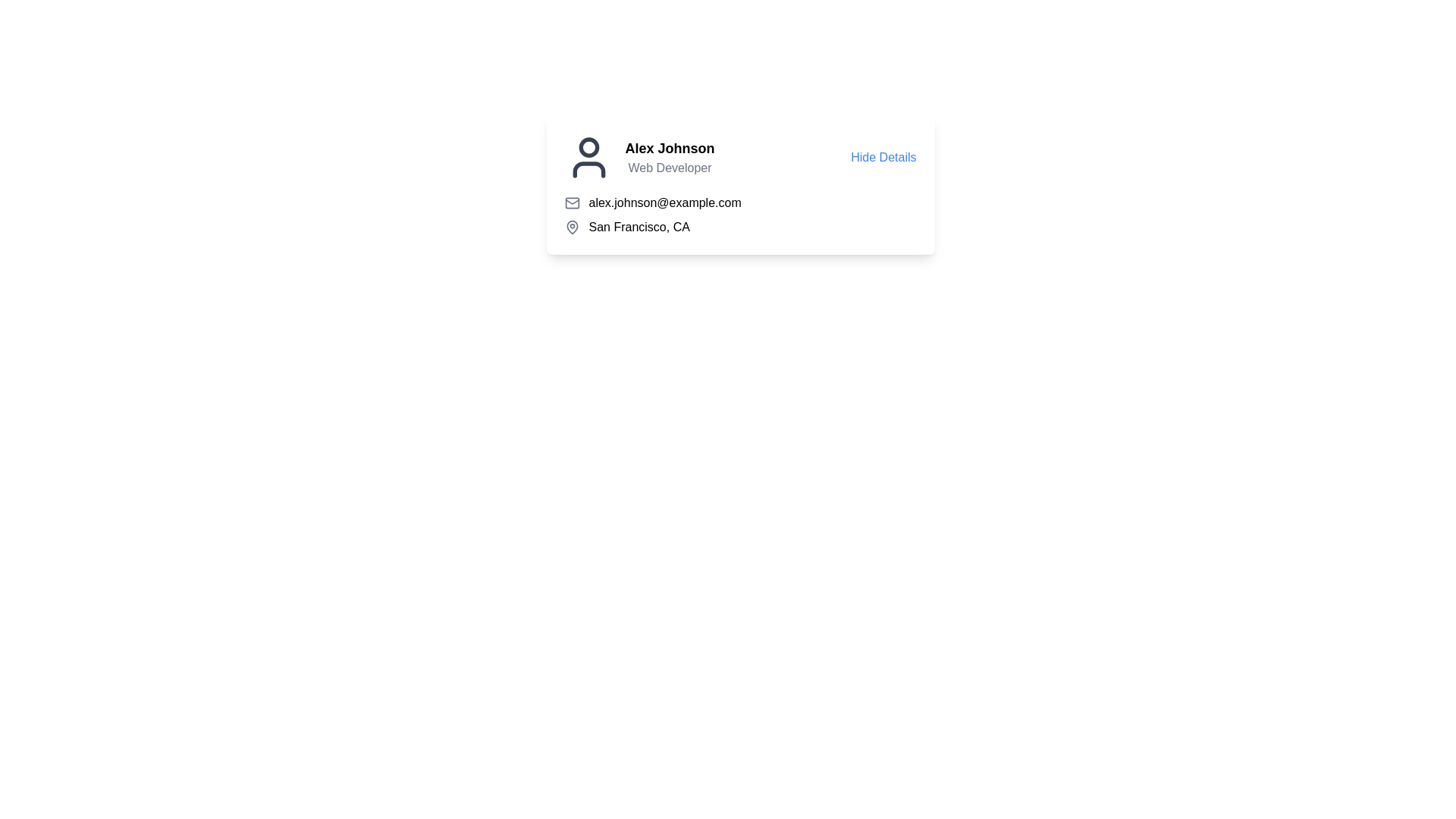 The height and width of the screenshot is (819, 1456). What do you see at coordinates (669, 168) in the screenshot?
I see `the text label that serves as a job title or description related to the user profile named 'Alex Johnson', which is positioned below the sibling element displaying 'Alex Johnson'` at bounding box center [669, 168].